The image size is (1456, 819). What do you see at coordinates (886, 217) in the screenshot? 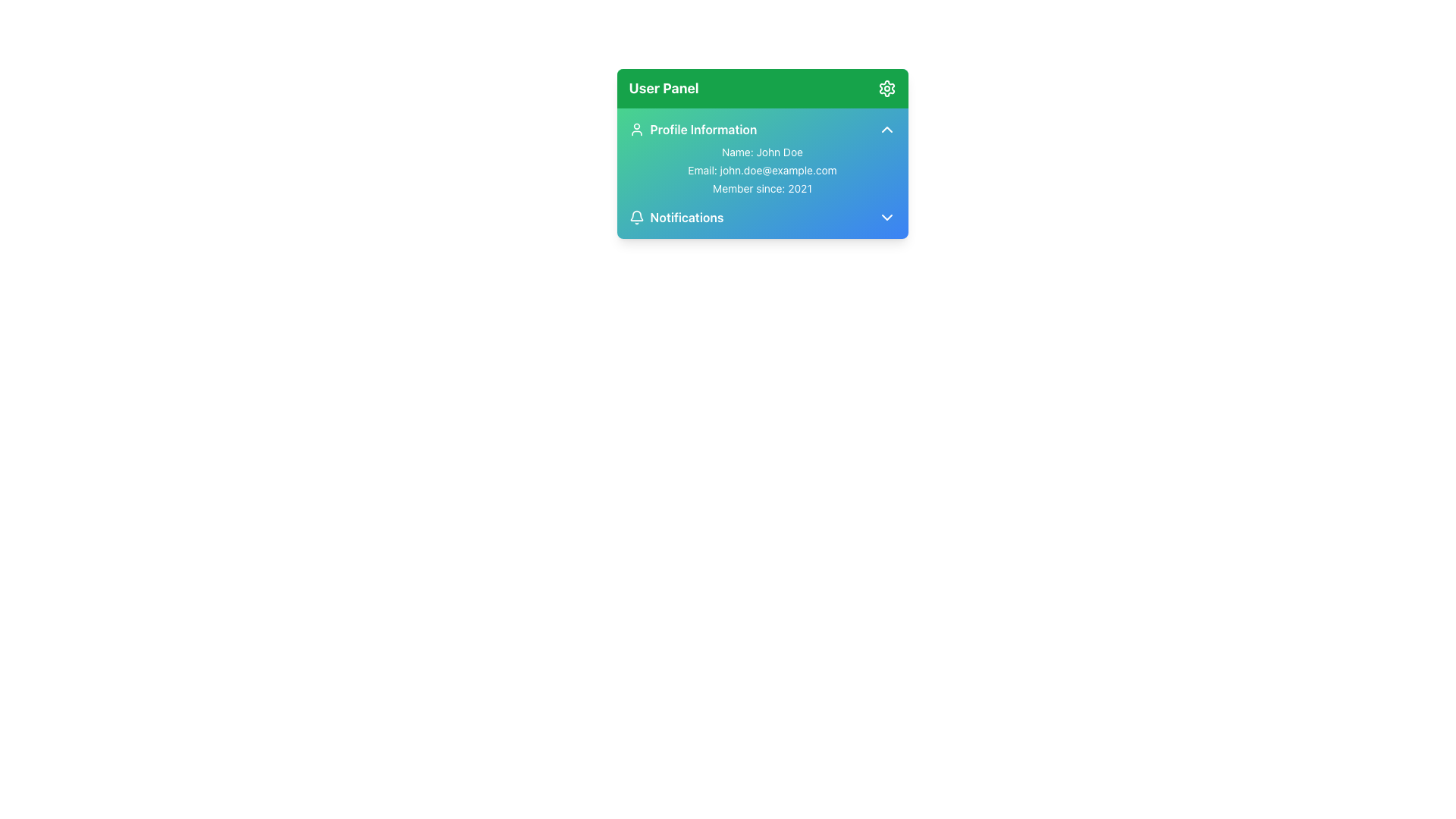
I see `the downward-pointing chevron-shaped SVG icon located to the right of the 'Notifications' title in the user panel` at bounding box center [886, 217].